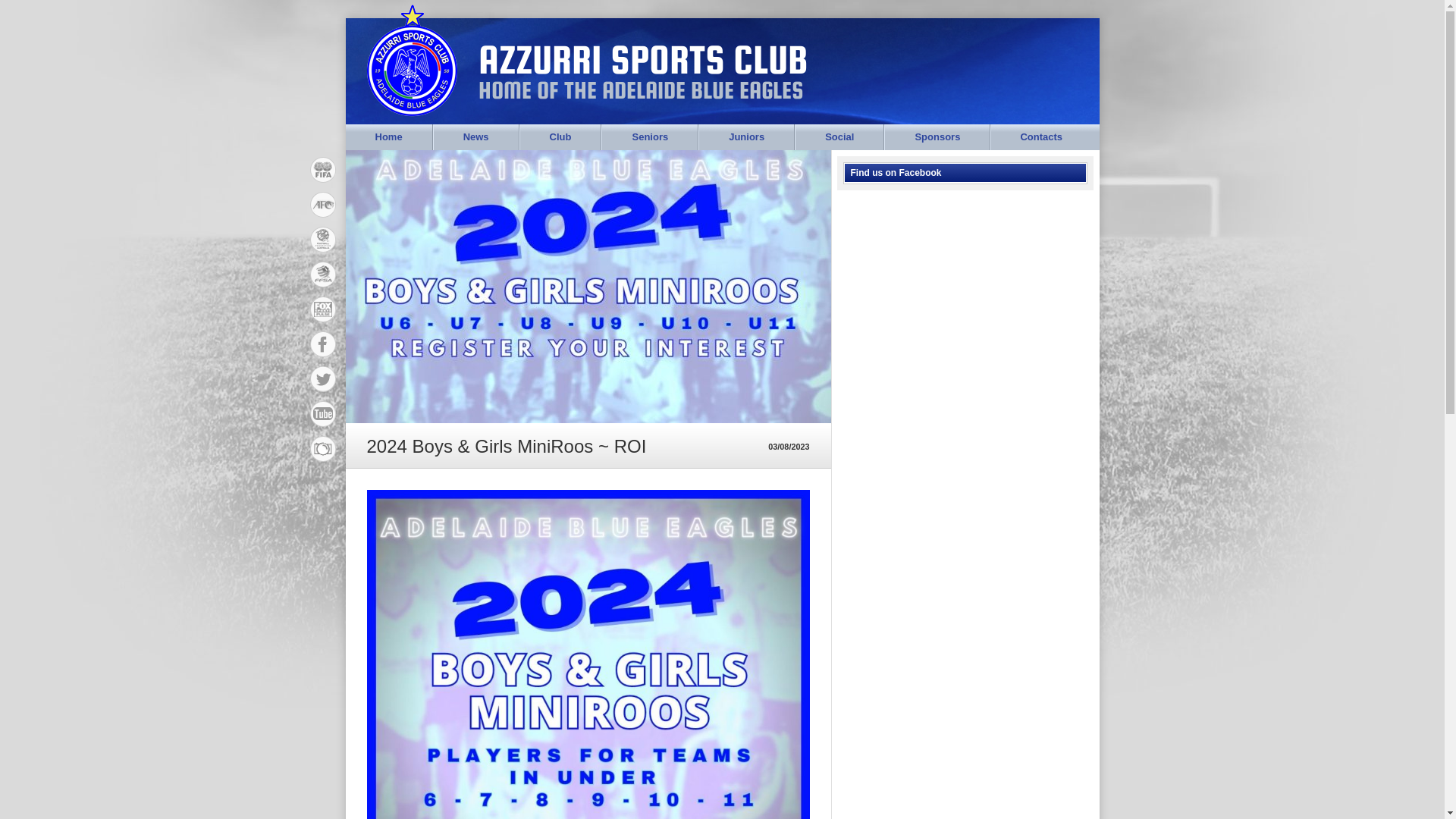 This screenshot has width=1456, height=819. Describe the element at coordinates (839, 137) in the screenshot. I see `'Social'` at that location.